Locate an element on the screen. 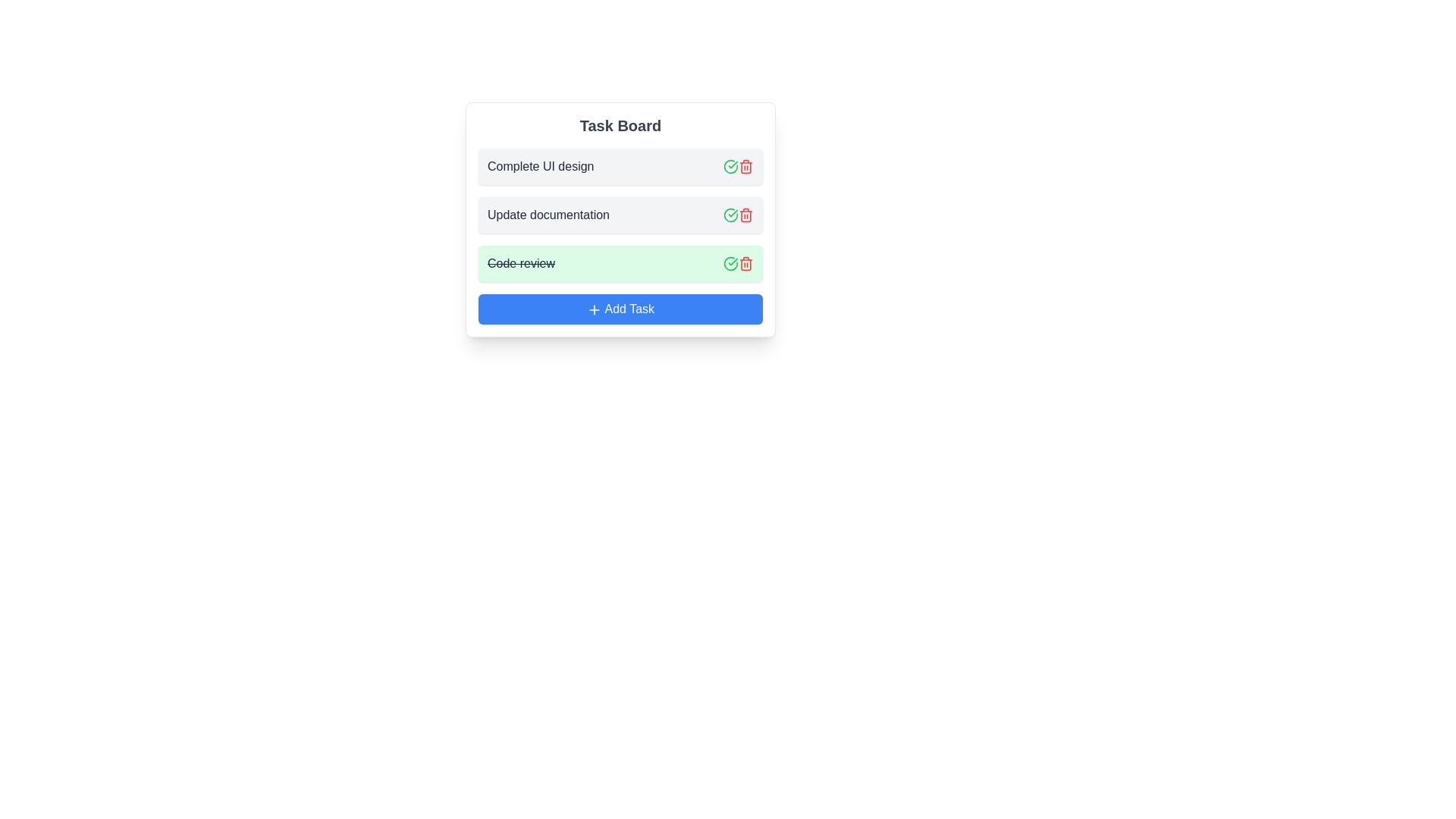  the delete button located at the far right end of the task row labeled 'Complete UI design' for visual feedback is located at coordinates (745, 166).